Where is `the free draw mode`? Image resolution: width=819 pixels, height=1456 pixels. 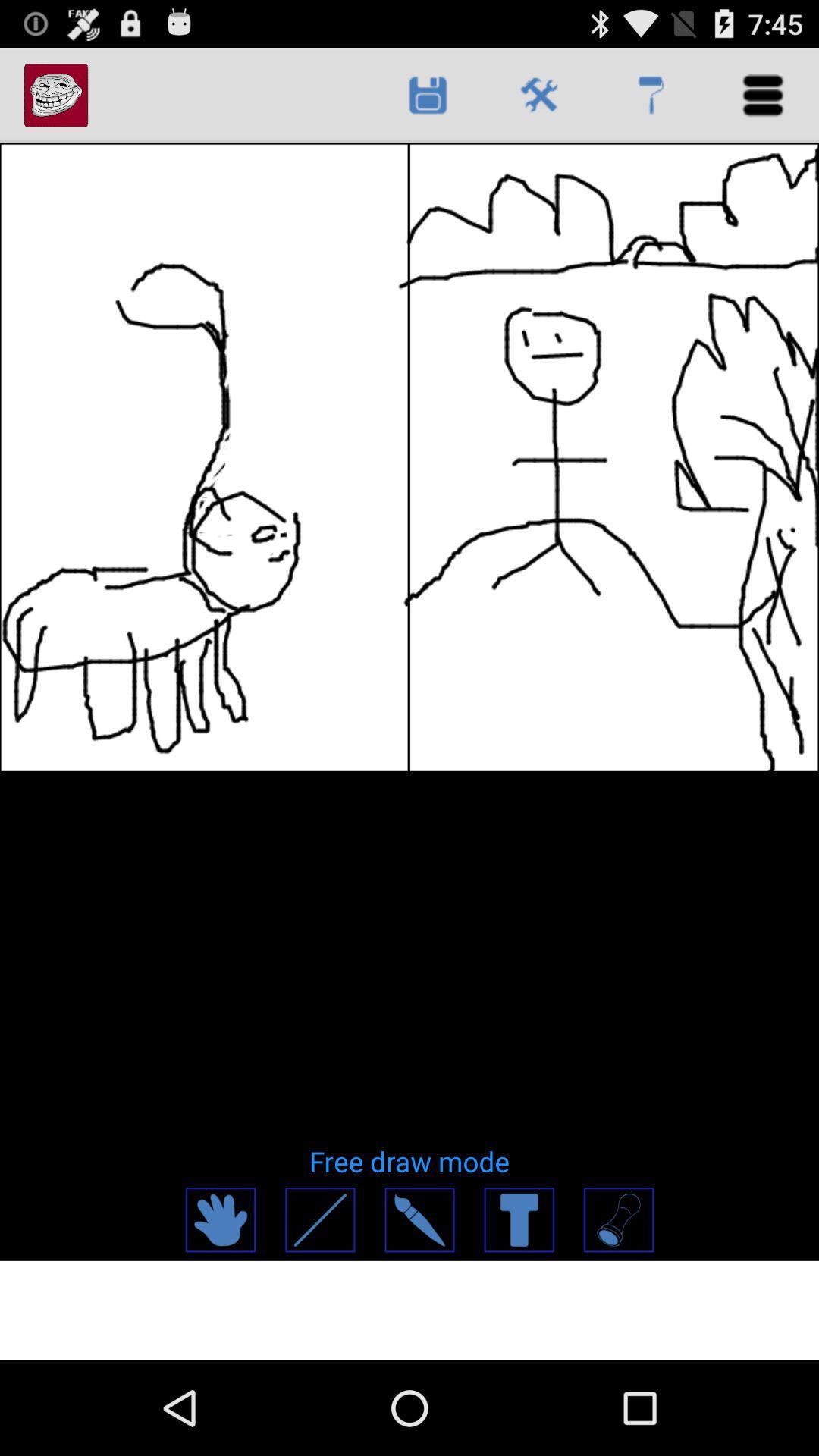 the free draw mode is located at coordinates (409, 1160).